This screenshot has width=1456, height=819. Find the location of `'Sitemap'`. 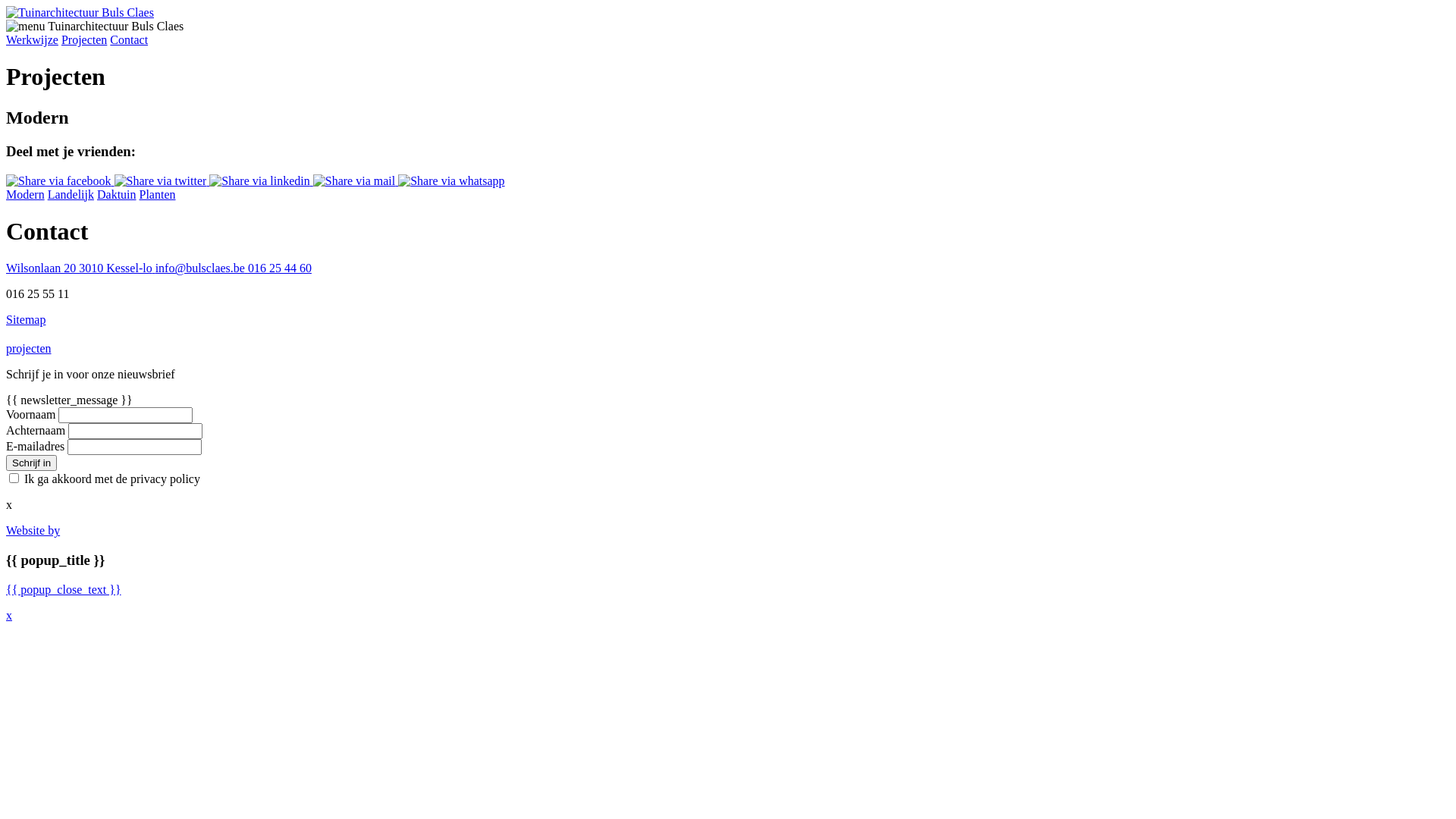

'Sitemap' is located at coordinates (25, 318).